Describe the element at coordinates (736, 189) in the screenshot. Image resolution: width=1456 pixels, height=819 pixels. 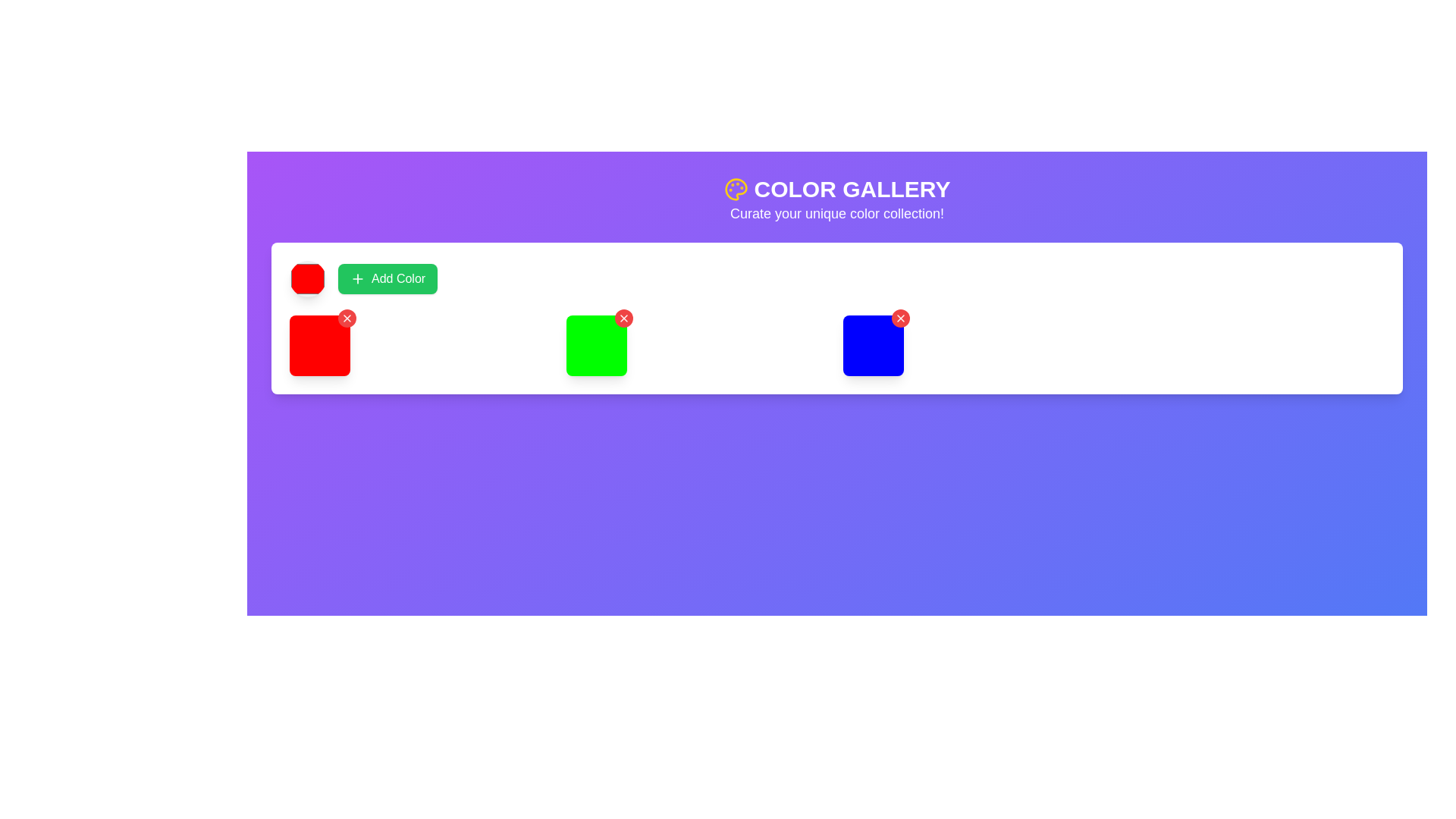
I see `the circular gradient icon at the center of the interface, which is part of the 'COLOR GALLERY' decorative illustration` at that location.